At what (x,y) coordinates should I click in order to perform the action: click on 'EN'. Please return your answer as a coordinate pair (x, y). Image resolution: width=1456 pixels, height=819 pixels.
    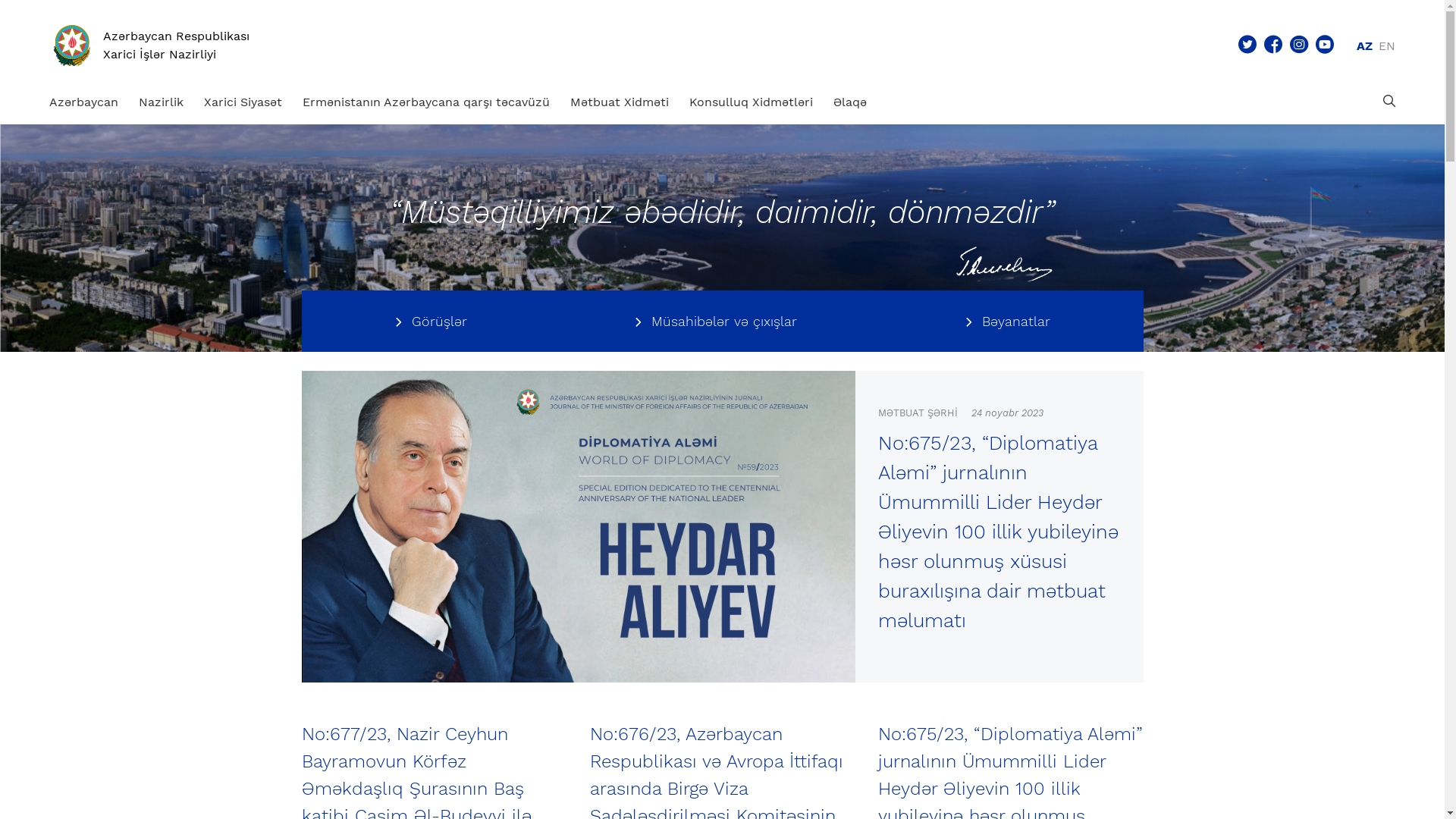
    Looking at the image, I should click on (1379, 44).